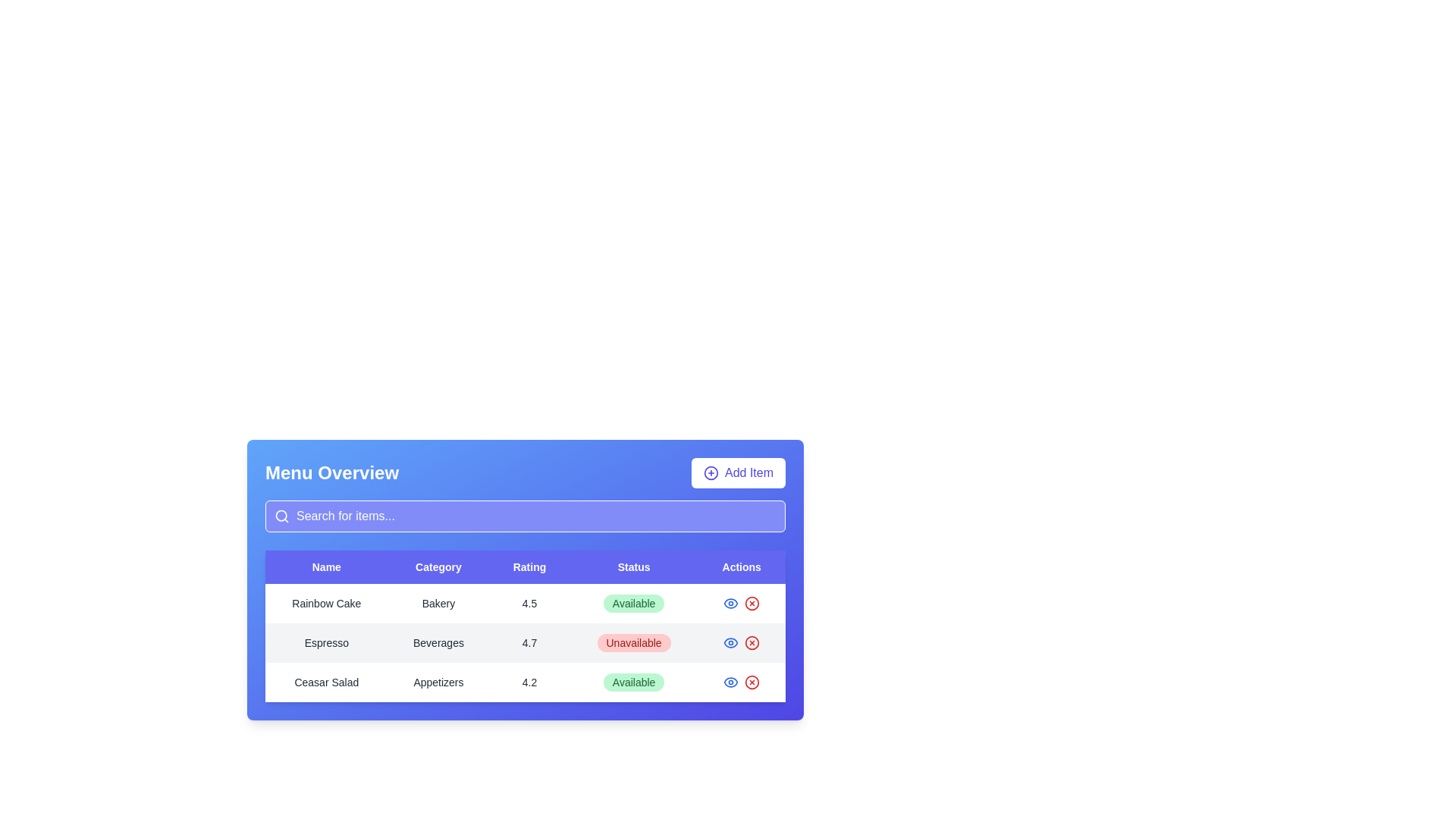 The height and width of the screenshot is (819, 1456). Describe the element at coordinates (438, 602) in the screenshot. I see `the textual label displaying 'Bakery' which is located in the second column of the first row of the table, between 'Rainbow Cake' and '4.5'` at that location.